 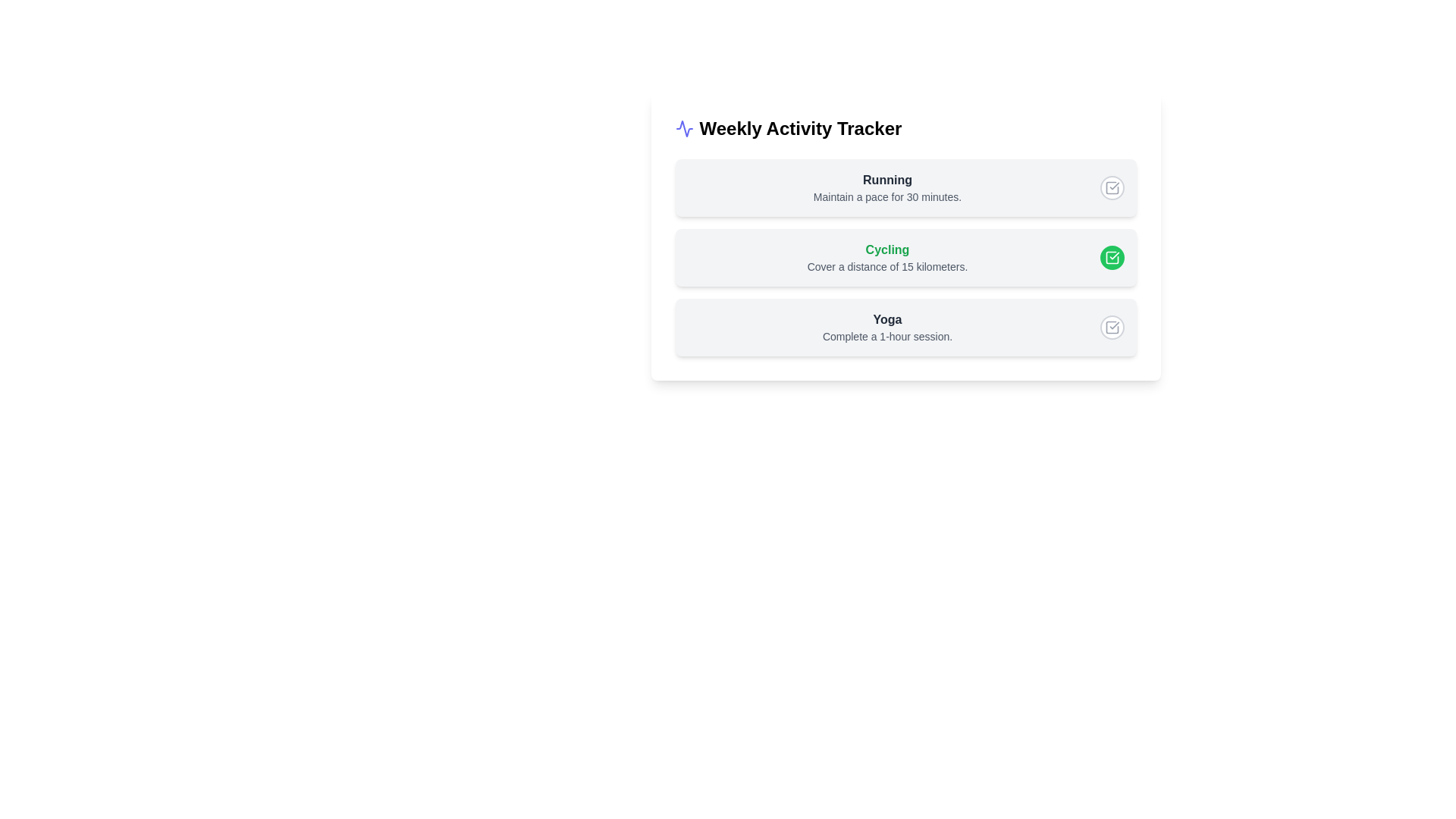 I want to click on the 'Running' activity box, which has a light gray background and includes a checkmark icon on the right side, to interact with its elements, so click(x=905, y=187).